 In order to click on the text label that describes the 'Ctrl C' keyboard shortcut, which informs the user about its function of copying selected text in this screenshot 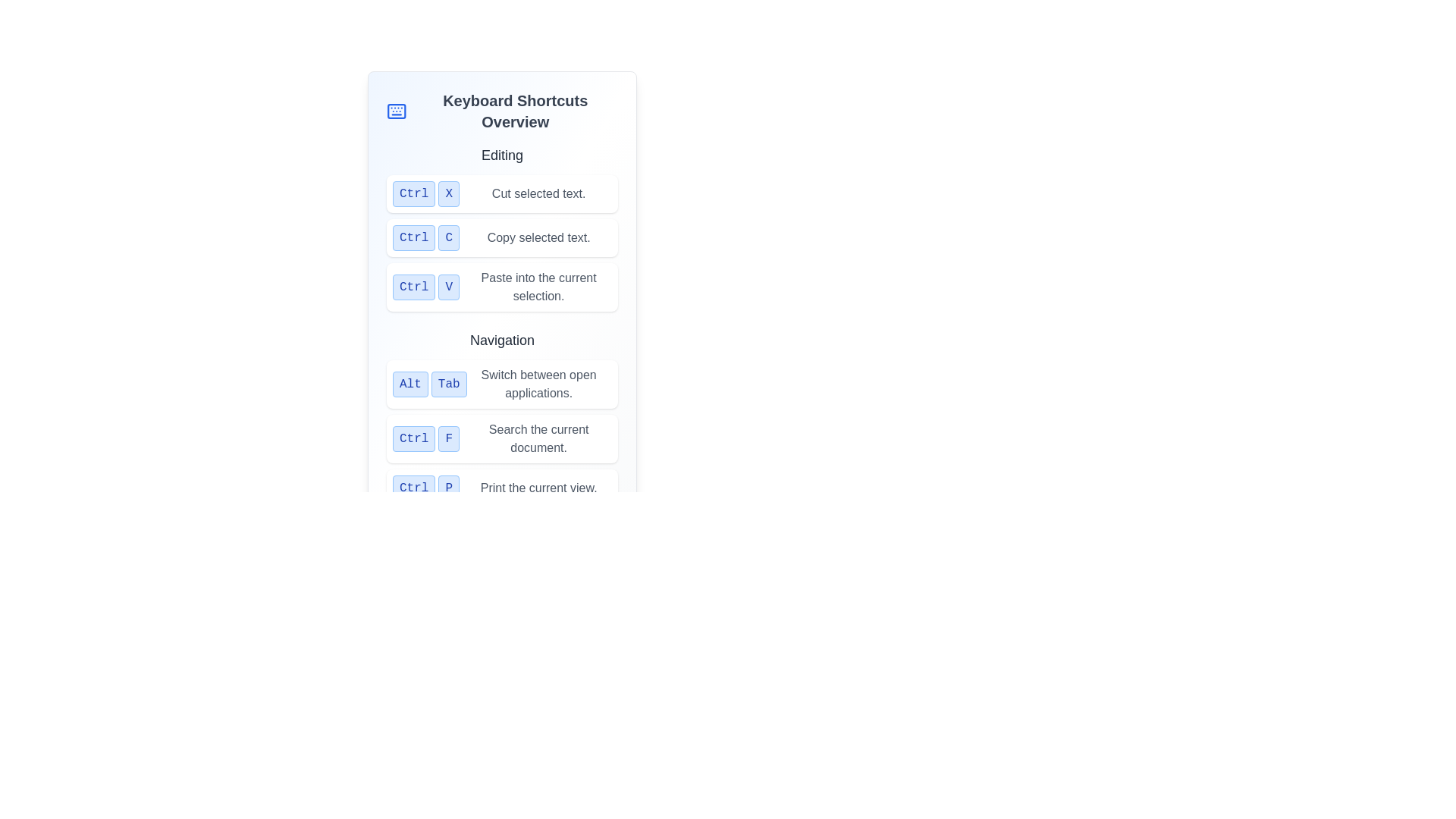, I will do `click(538, 237)`.